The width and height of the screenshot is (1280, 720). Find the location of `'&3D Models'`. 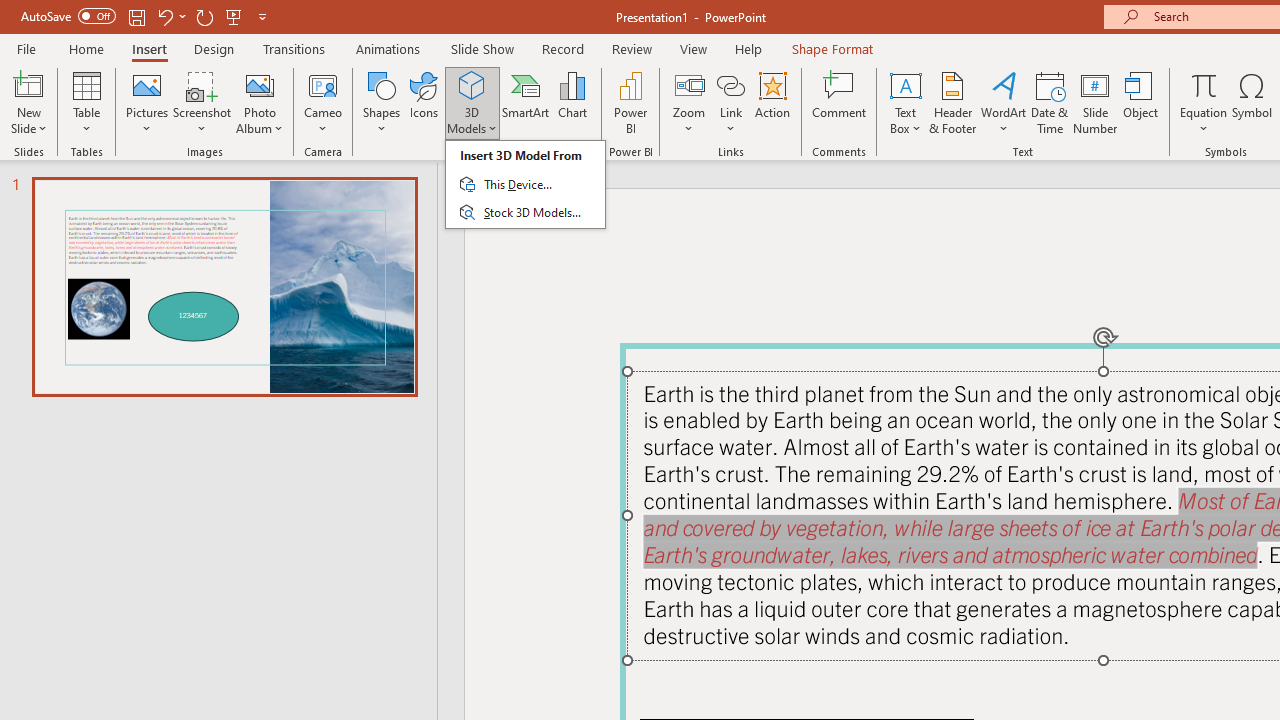

'&3D Models' is located at coordinates (525, 184).